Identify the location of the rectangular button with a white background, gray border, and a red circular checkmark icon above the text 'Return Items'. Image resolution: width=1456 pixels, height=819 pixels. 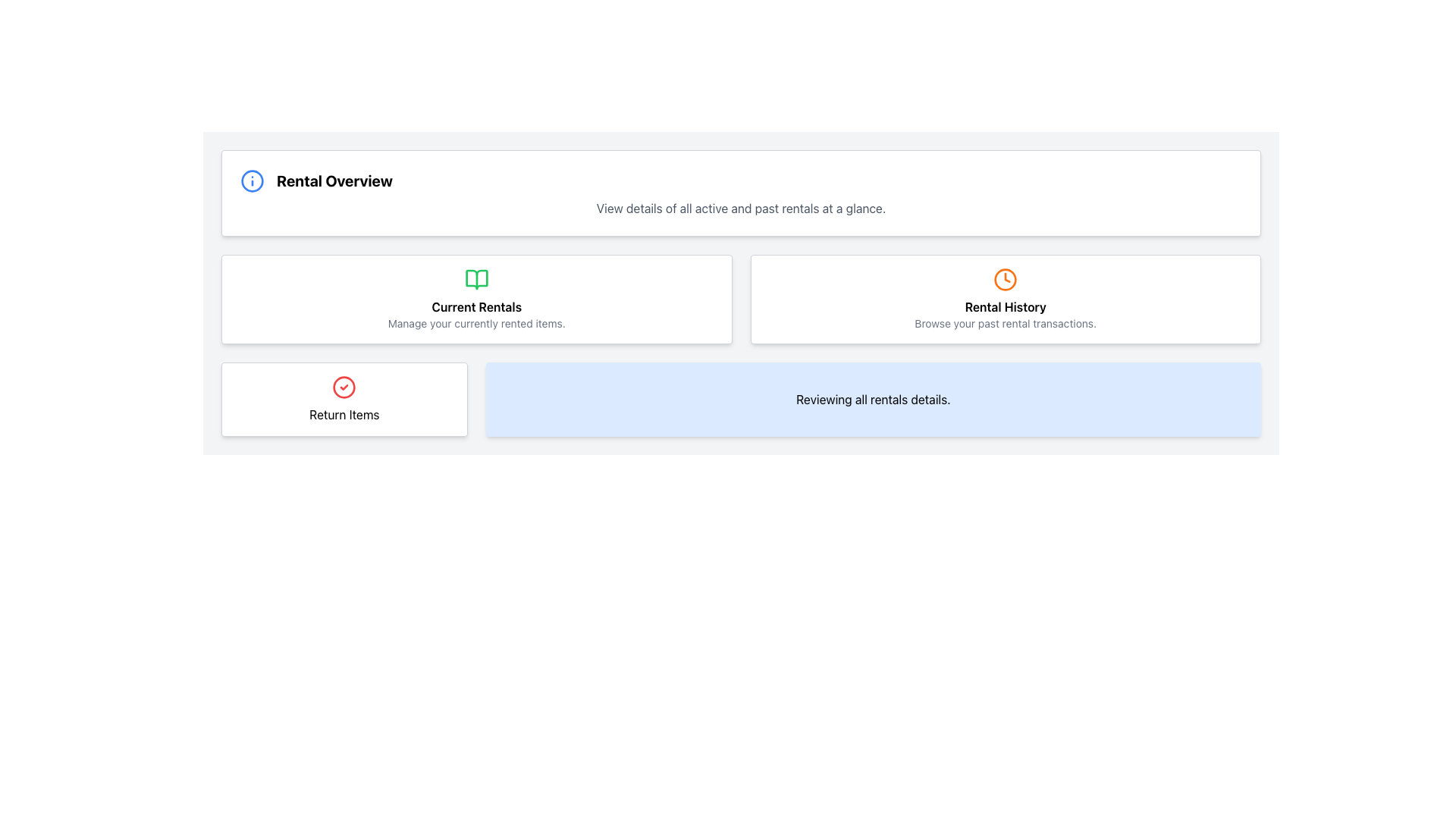
(344, 399).